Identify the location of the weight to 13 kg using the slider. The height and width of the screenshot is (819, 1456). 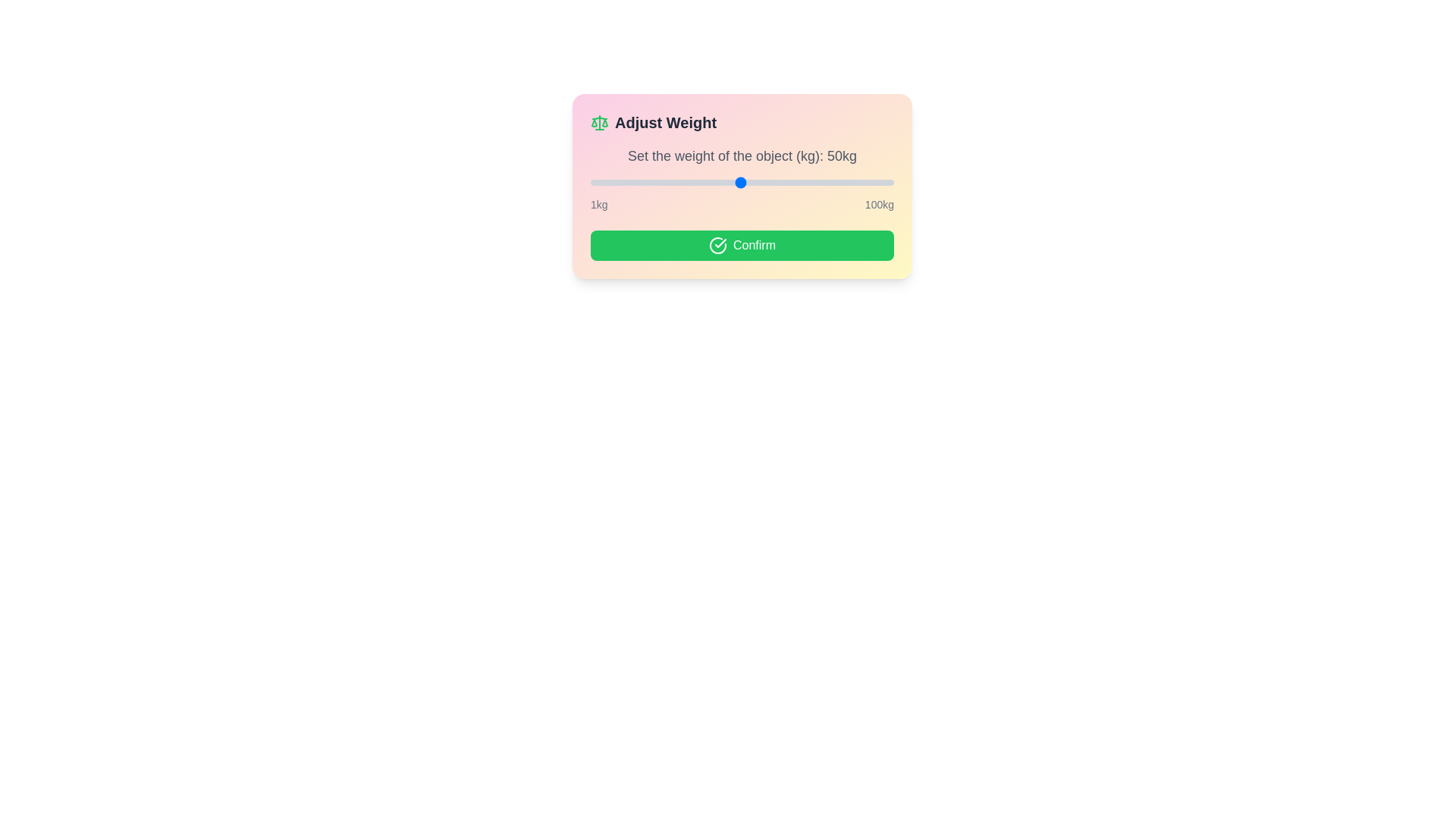
(627, 181).